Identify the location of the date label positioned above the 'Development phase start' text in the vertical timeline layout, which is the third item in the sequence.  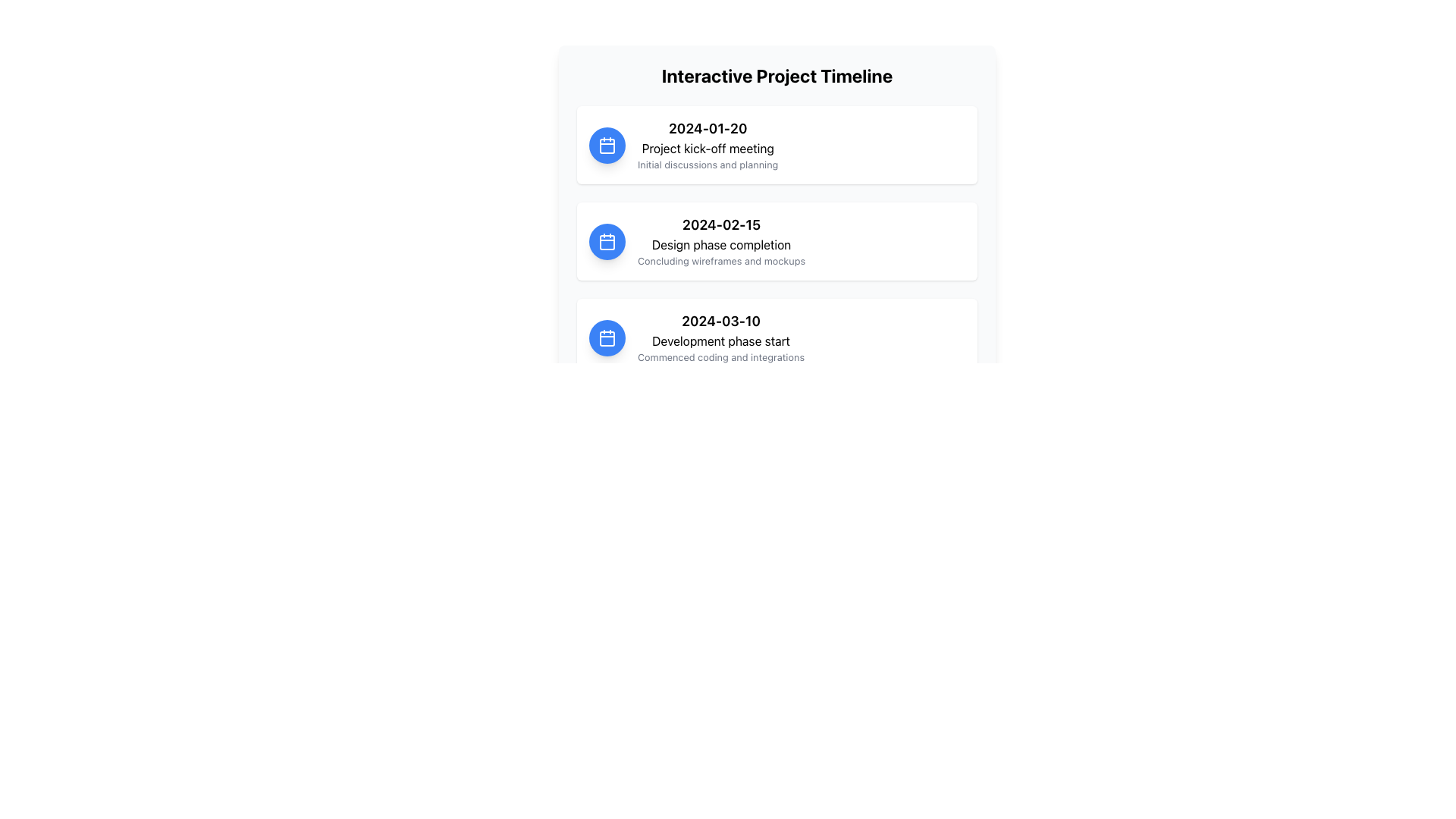
(720, 321).